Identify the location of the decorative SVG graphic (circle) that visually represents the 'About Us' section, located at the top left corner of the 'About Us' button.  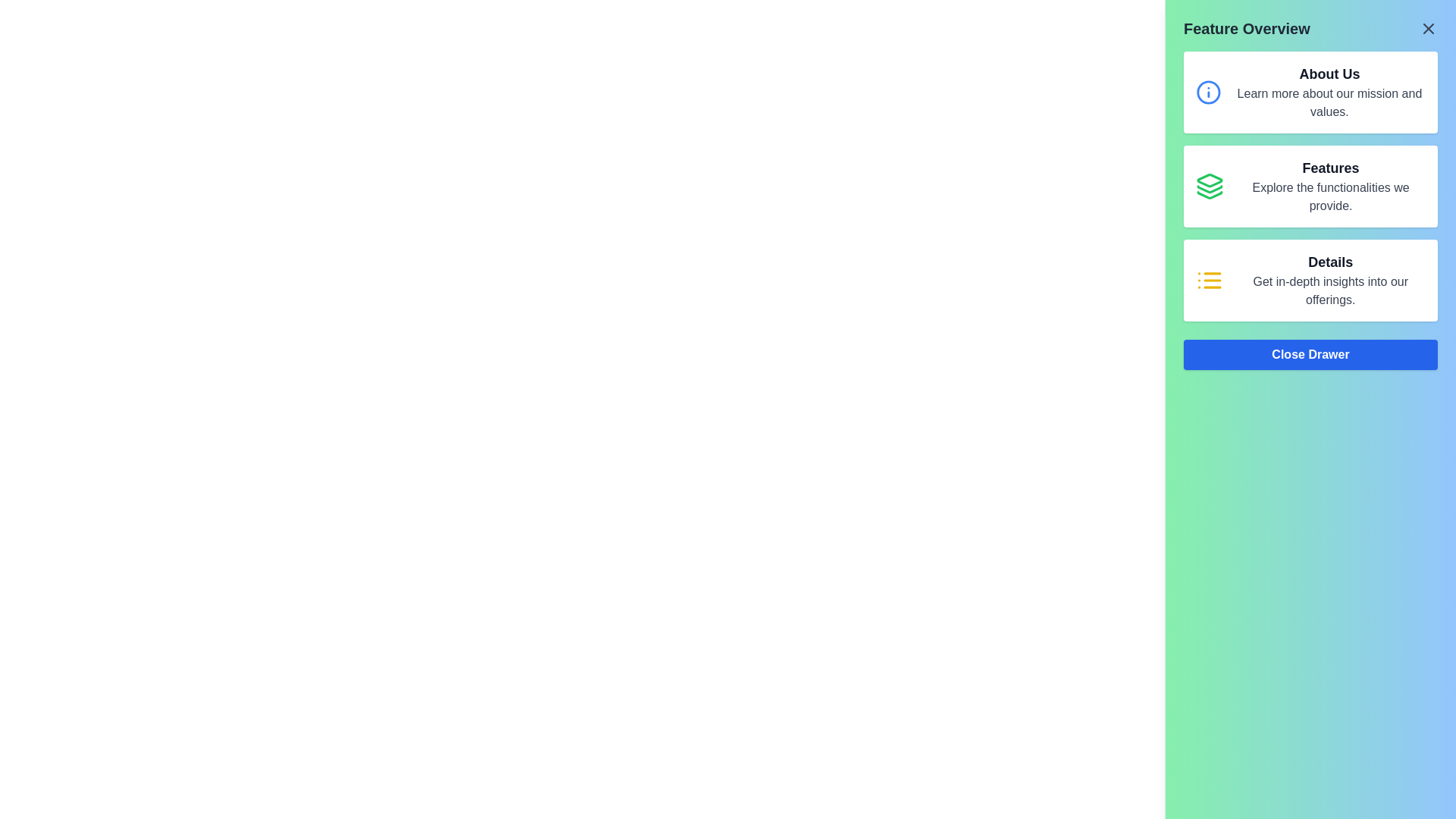
(1207, 93).